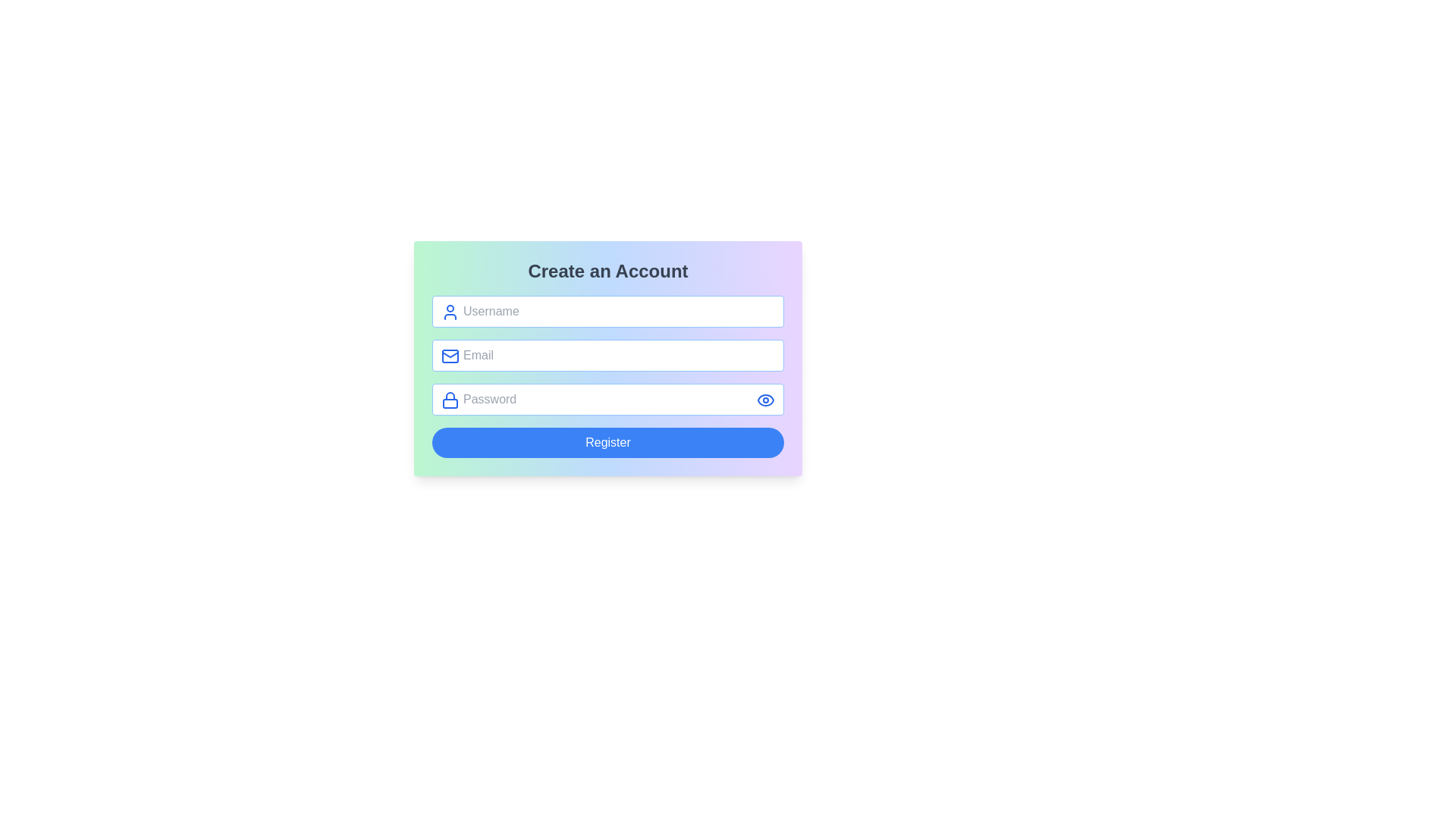 This screenshot has width=1456, height=819. What do you see at coordinates (450, 356) in the screenshot?
I see `the decorative SVG Rectangle that visually represents the email icon, which cues the user for email input` at bounding box center [450, 356].